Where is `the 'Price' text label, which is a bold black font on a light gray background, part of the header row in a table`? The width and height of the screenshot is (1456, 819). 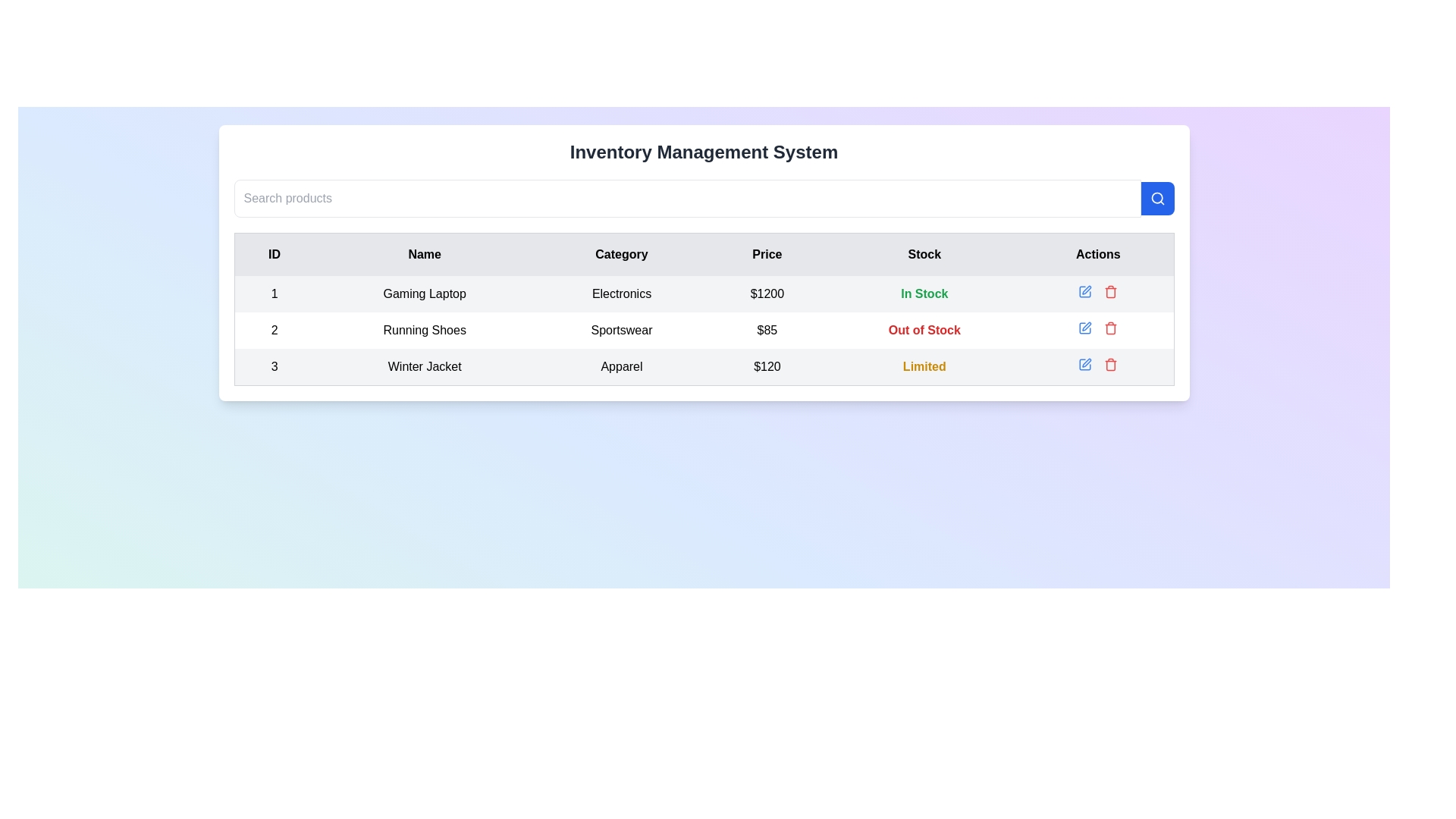 the 'Price' text label, which is a bold black font on a light gray background, part of the header row in a table is located at coordinates (767, 253).